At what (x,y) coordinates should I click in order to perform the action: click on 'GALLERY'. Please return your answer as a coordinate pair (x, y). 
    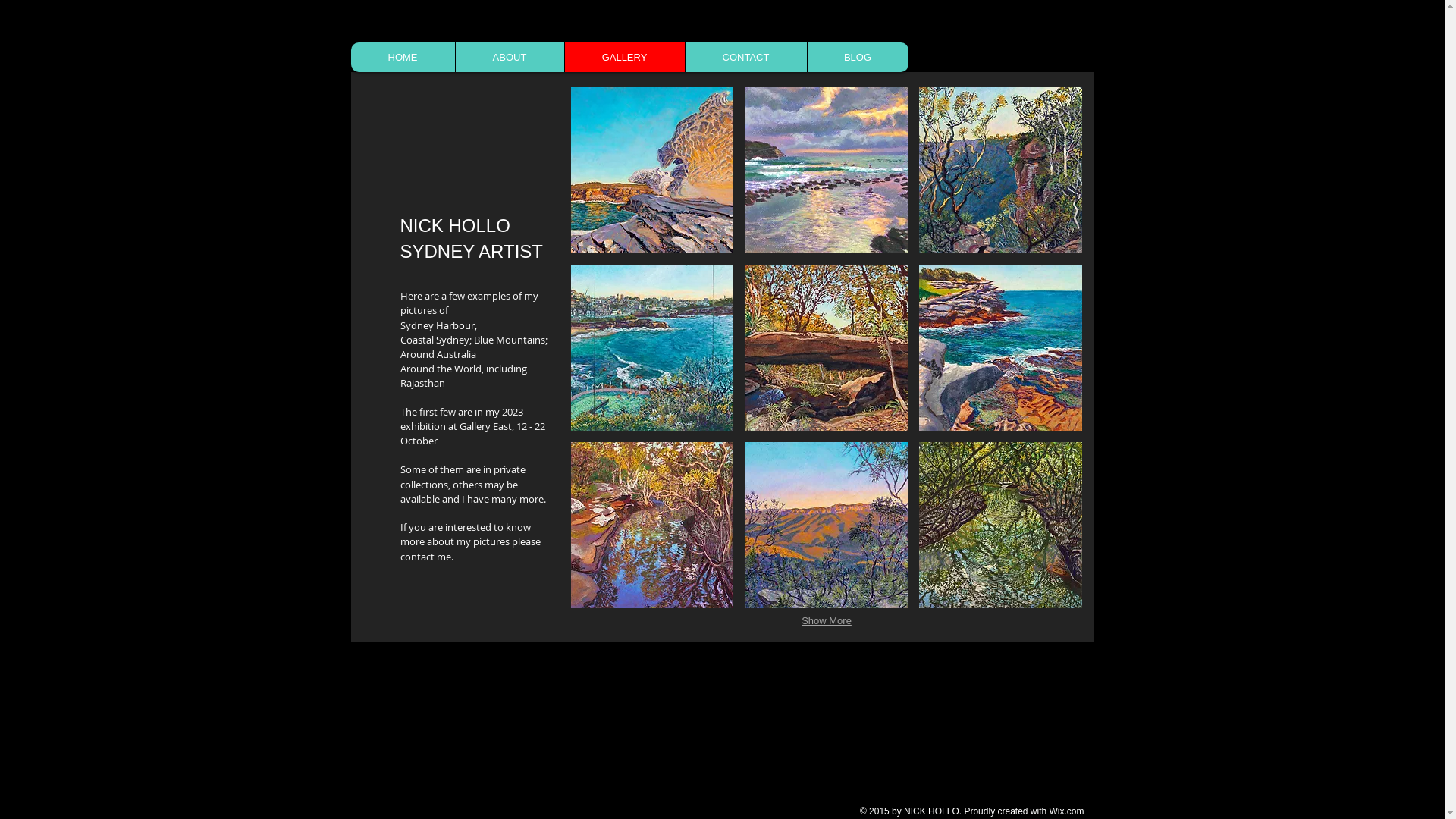
    Looking at the image, I should click on (624, 56).